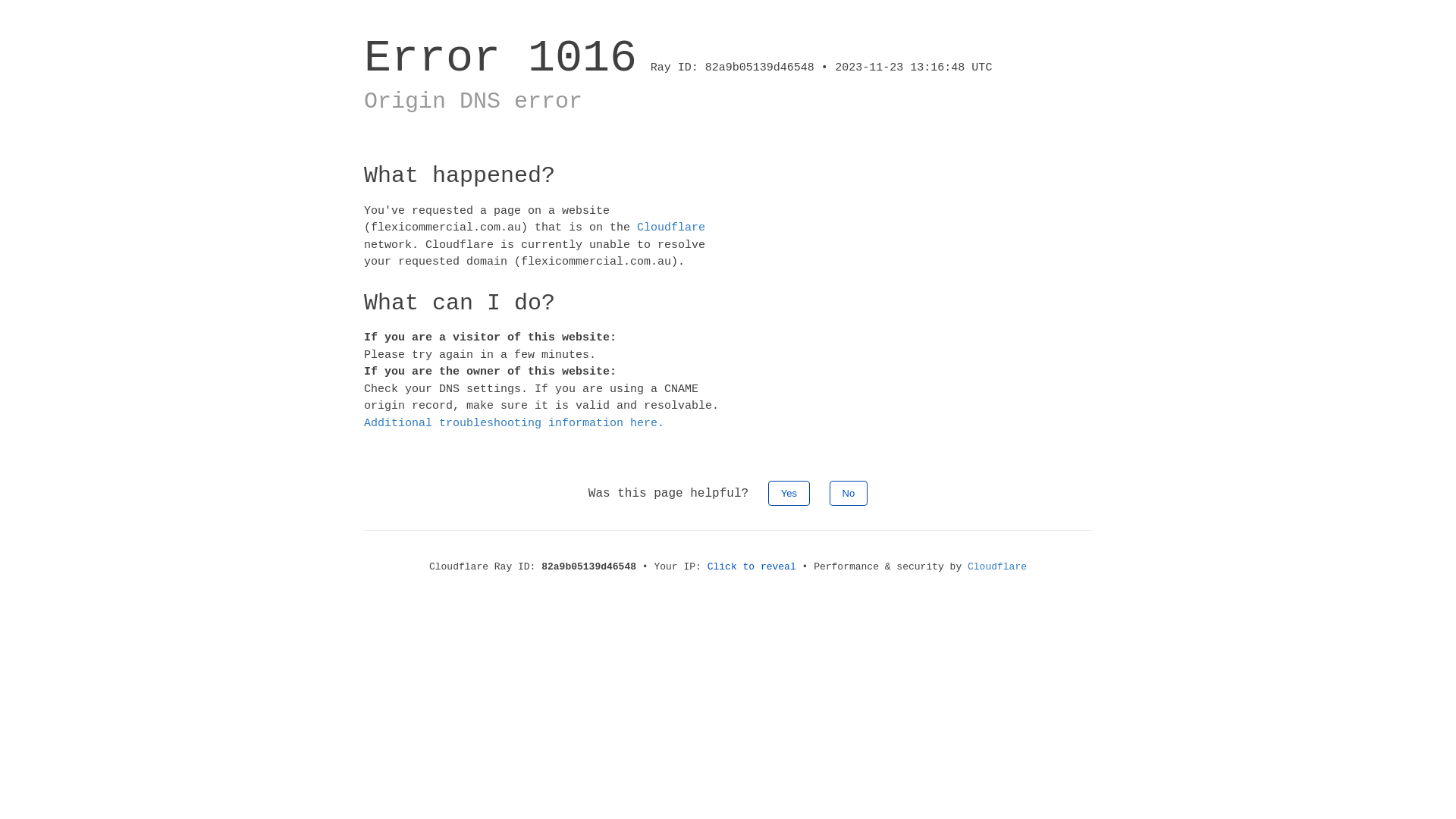 Image resolution: width=1456 pixels, height=819 pixels. What do you see at coordinates (752, 566) in the screenshot?
I see `'Click to reveal'` at bounding box center [752, 566].